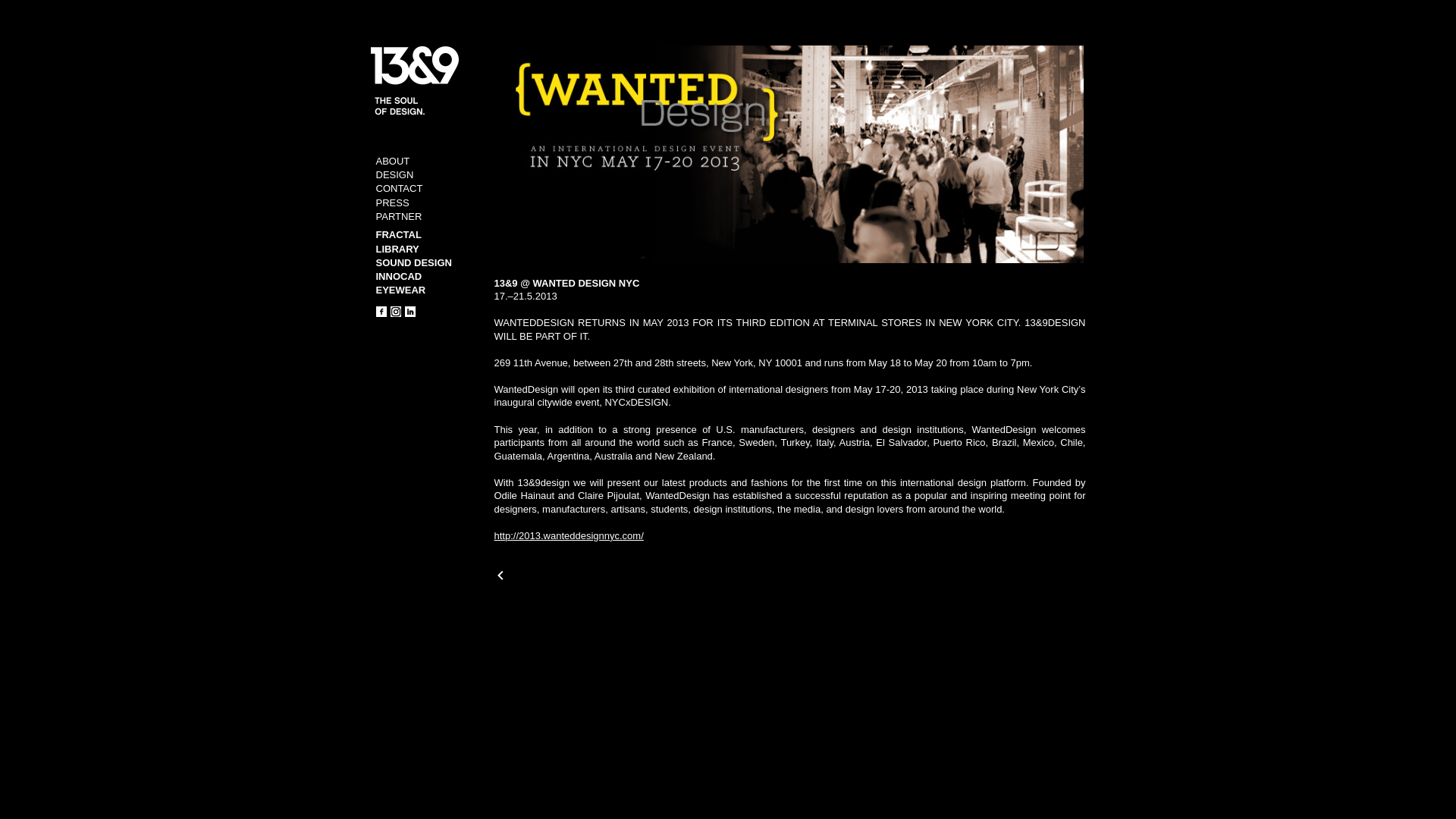  I want to click on 'PARTNER', so click(399, 216).